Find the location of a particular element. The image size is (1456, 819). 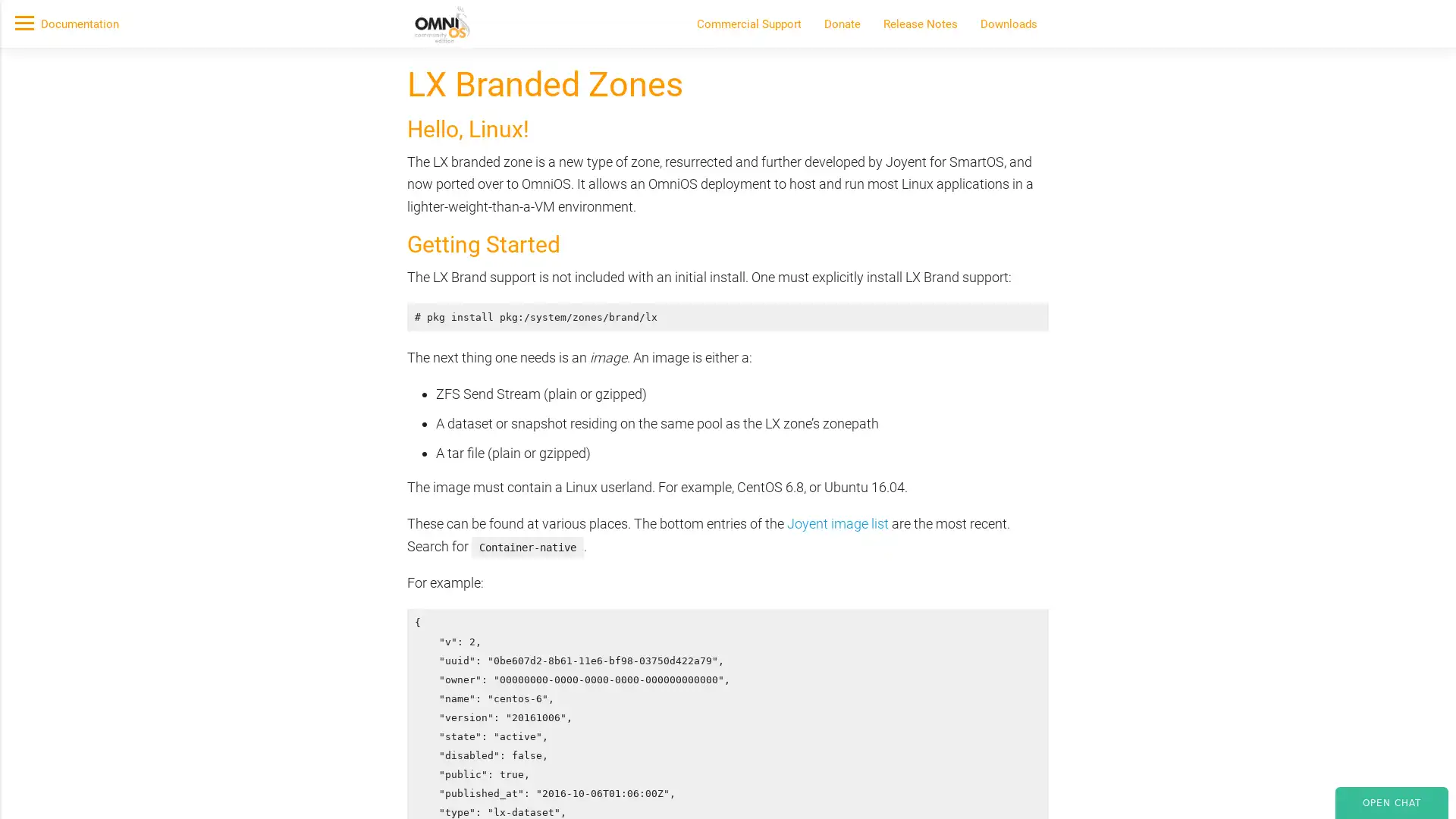

CLOSE is located at coordinates (1083, 225).